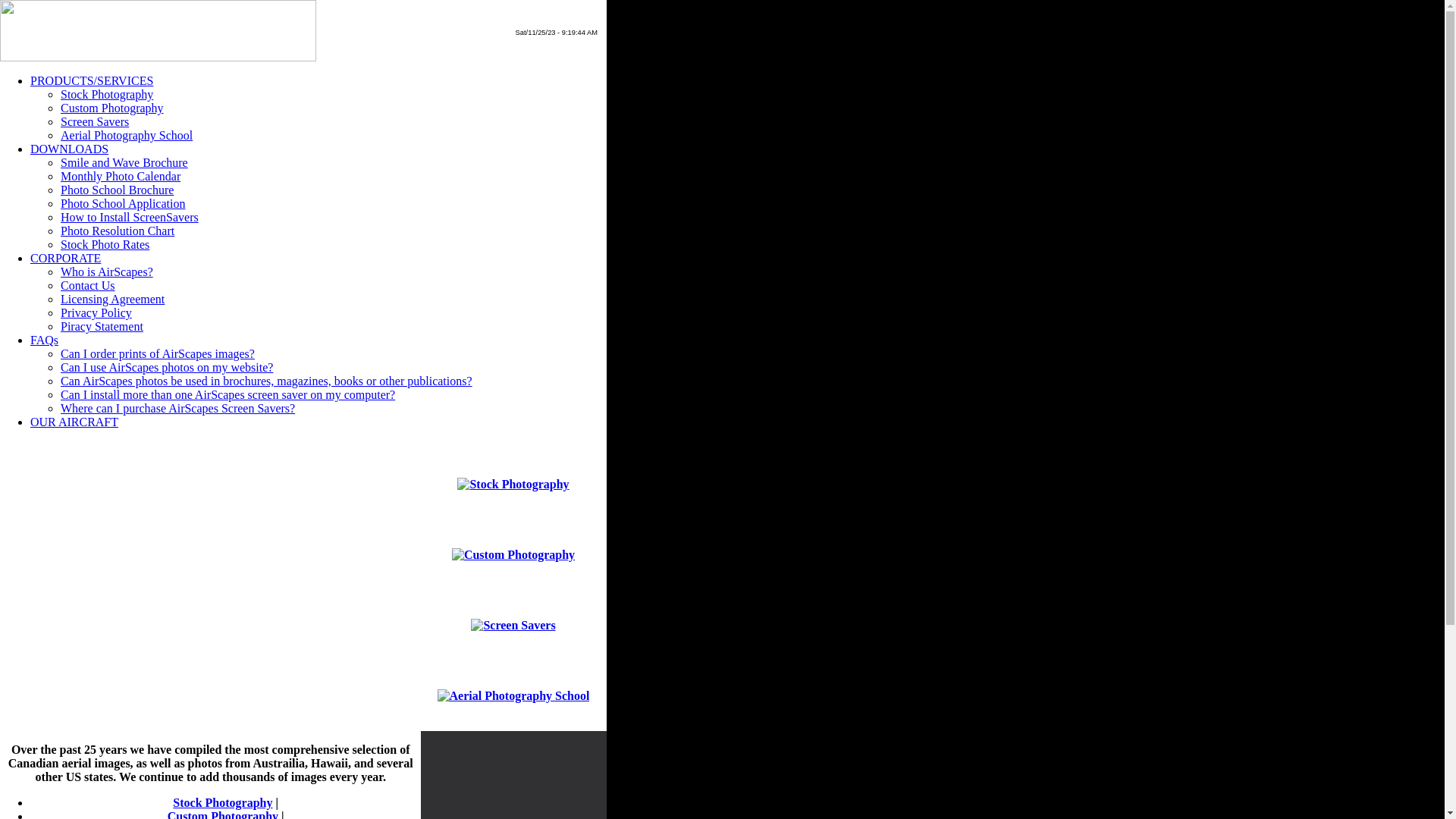  What do you see at coordinates (167, 367) in the screenshot?
I see `'Can I use AirScapes photos on my website?'` at bounding box center [167, 367].